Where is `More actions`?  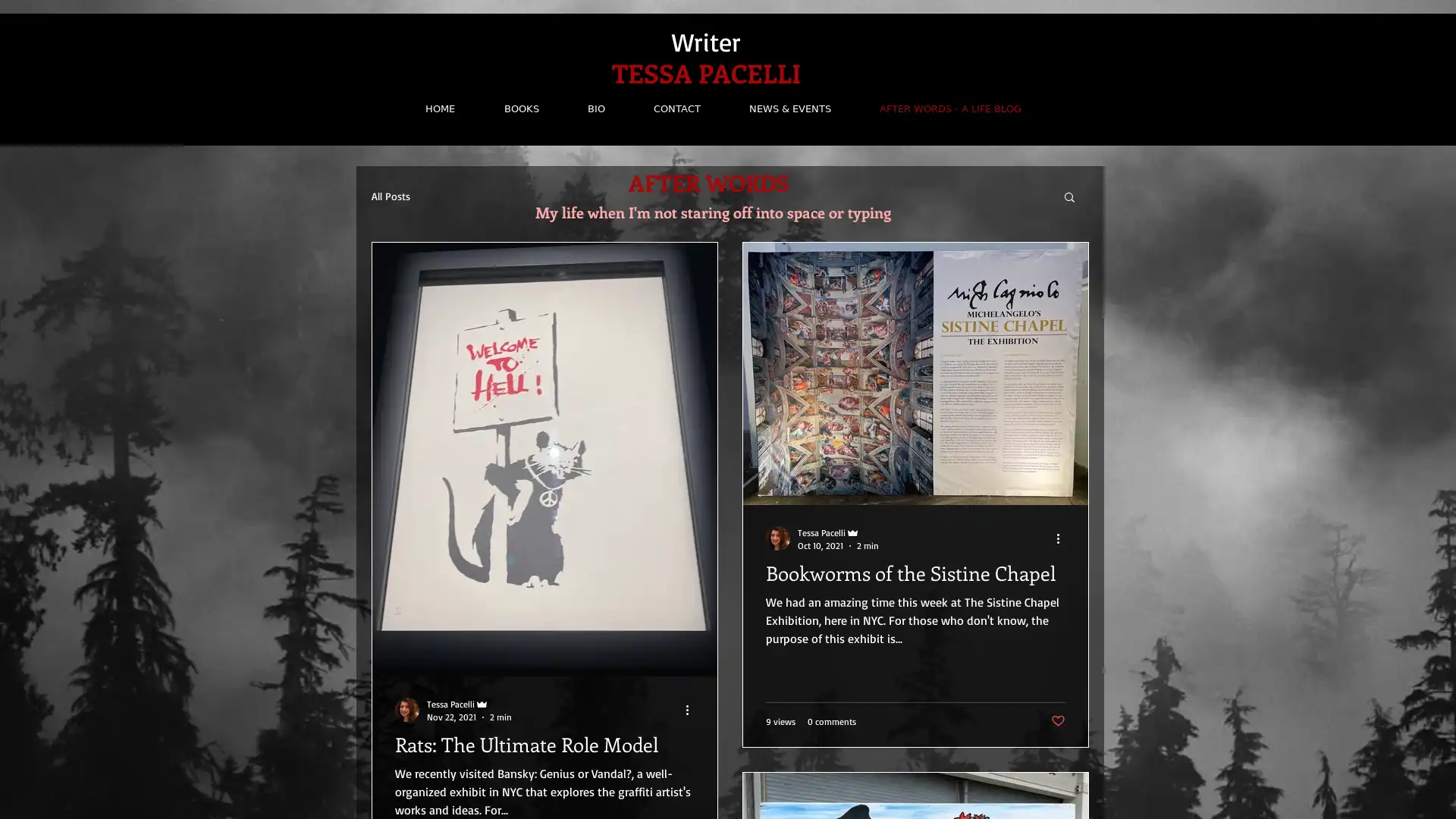 More actions is located at coordinates (691, 709).